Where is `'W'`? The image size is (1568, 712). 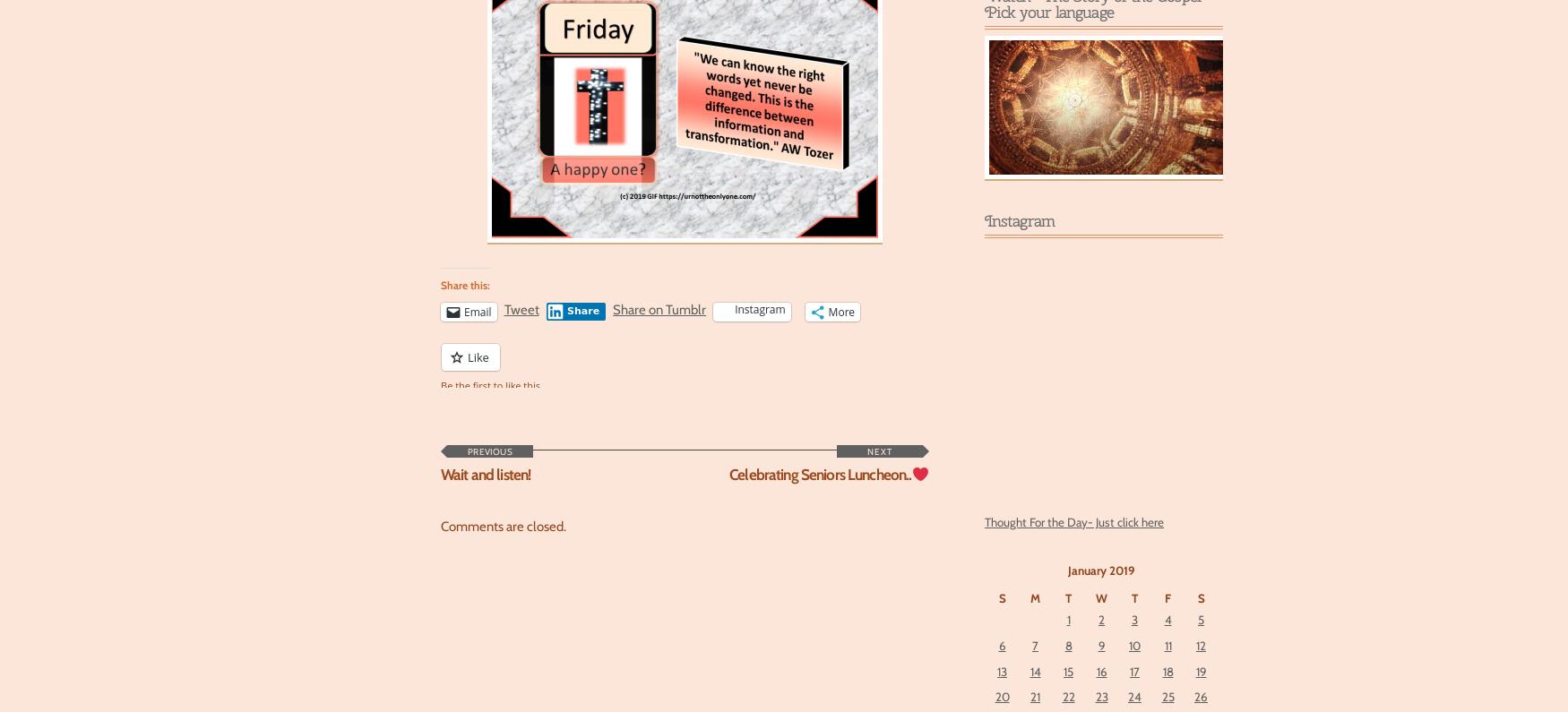
'W' is located at coordinates (1101, 596).